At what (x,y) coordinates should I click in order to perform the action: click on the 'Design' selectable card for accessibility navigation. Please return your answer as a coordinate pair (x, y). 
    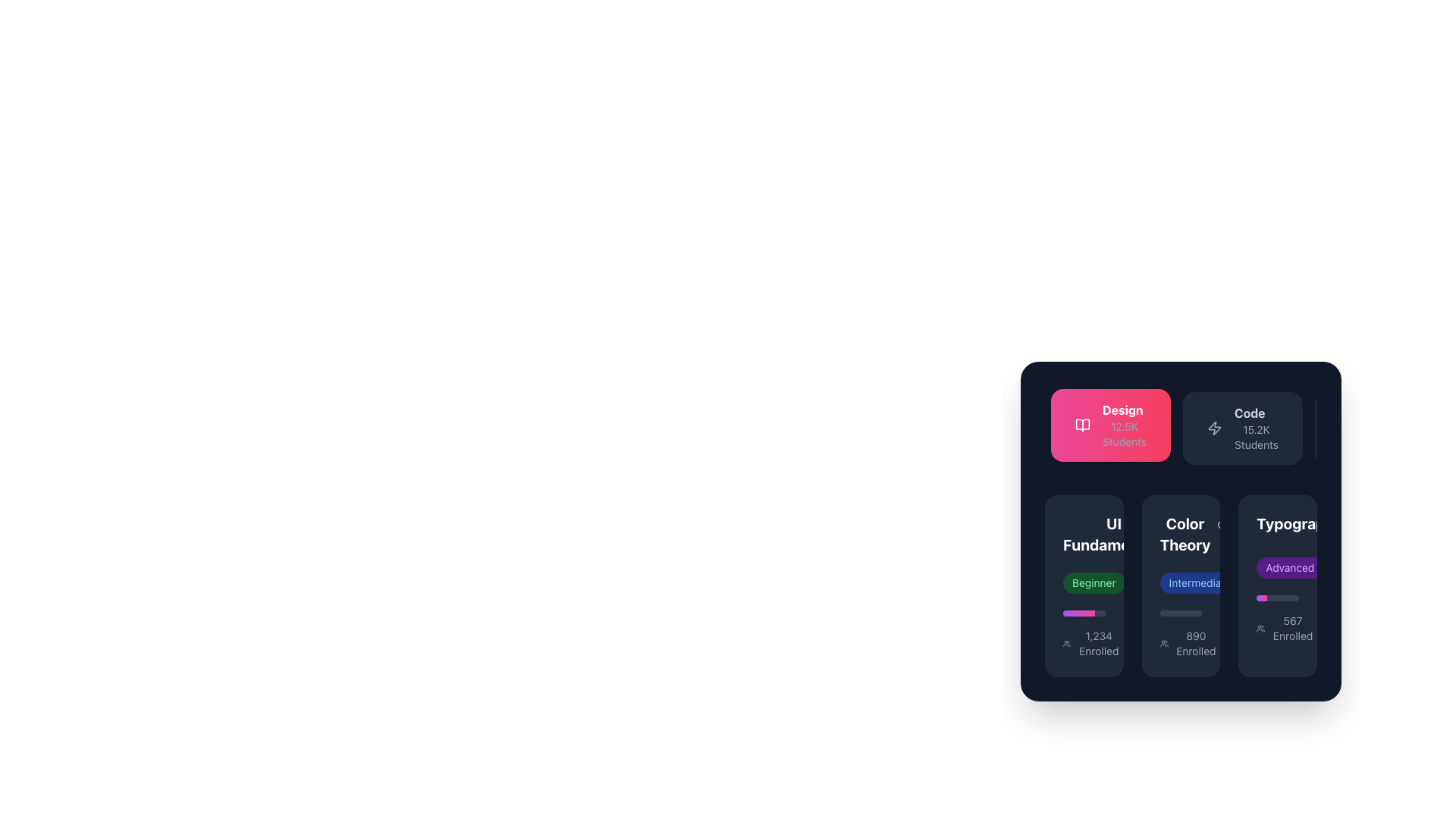
    Looking at the image, I should click on (1110, 425).